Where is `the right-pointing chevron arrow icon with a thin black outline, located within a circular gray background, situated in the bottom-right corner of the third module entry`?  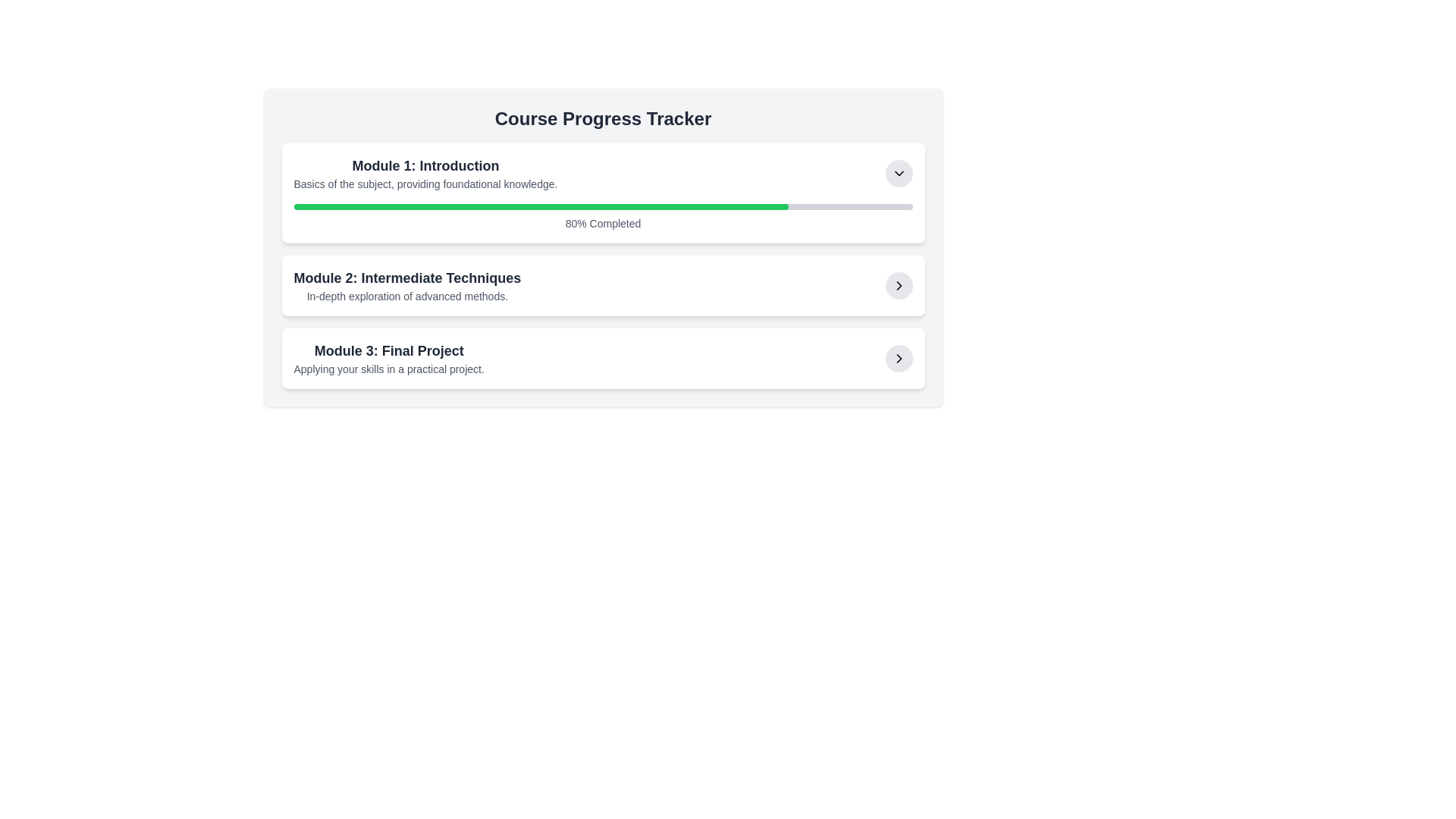 the right-pointing chevron arrow icon with a thin black outline, located within a circular gray background, situated in the bottom-right corner of the third module entry is located at coordinates (899, 359).